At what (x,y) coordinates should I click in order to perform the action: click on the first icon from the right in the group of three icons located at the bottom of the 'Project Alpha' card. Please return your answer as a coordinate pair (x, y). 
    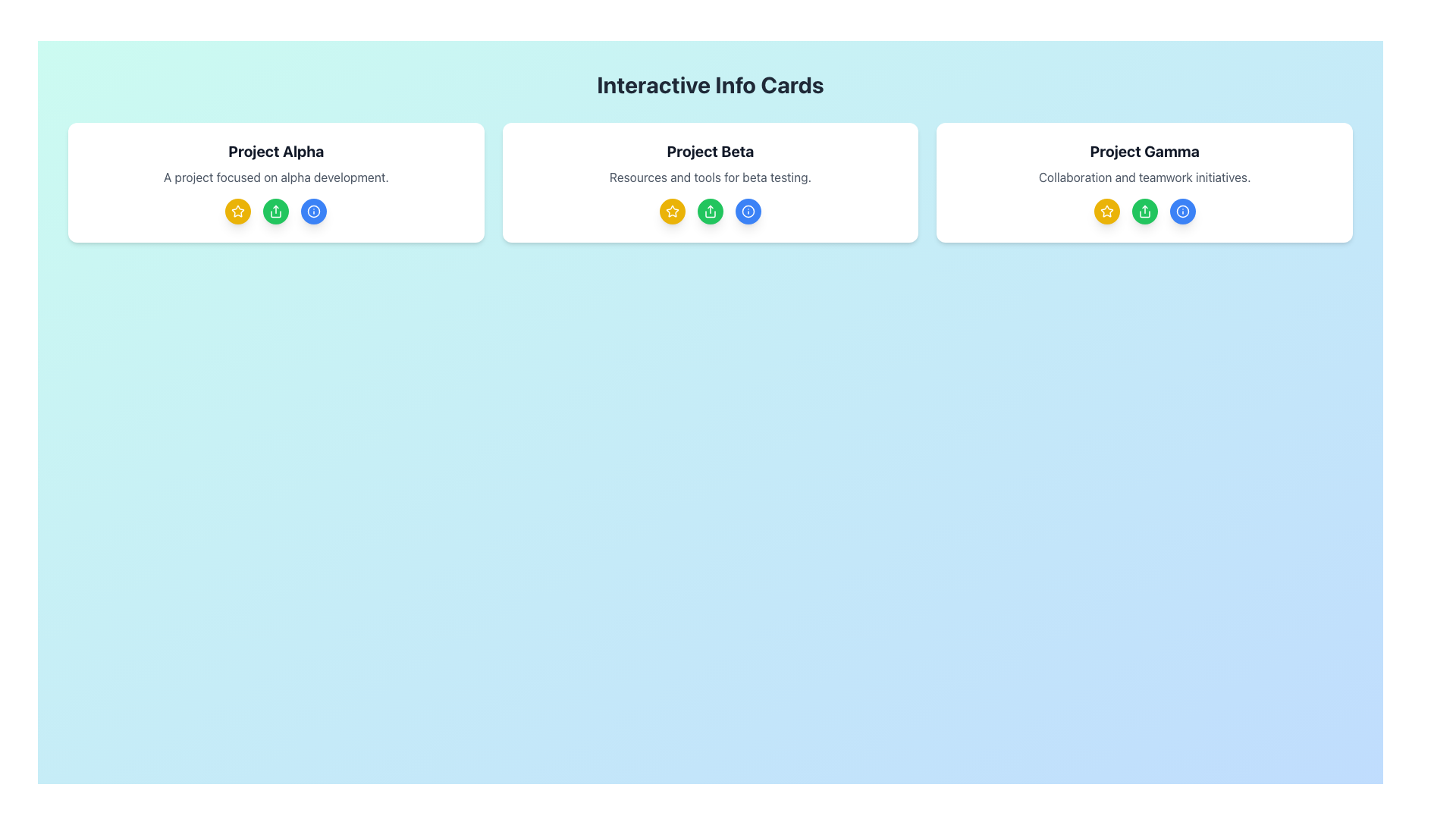
    Looking at the image, I should click on (313, 211).